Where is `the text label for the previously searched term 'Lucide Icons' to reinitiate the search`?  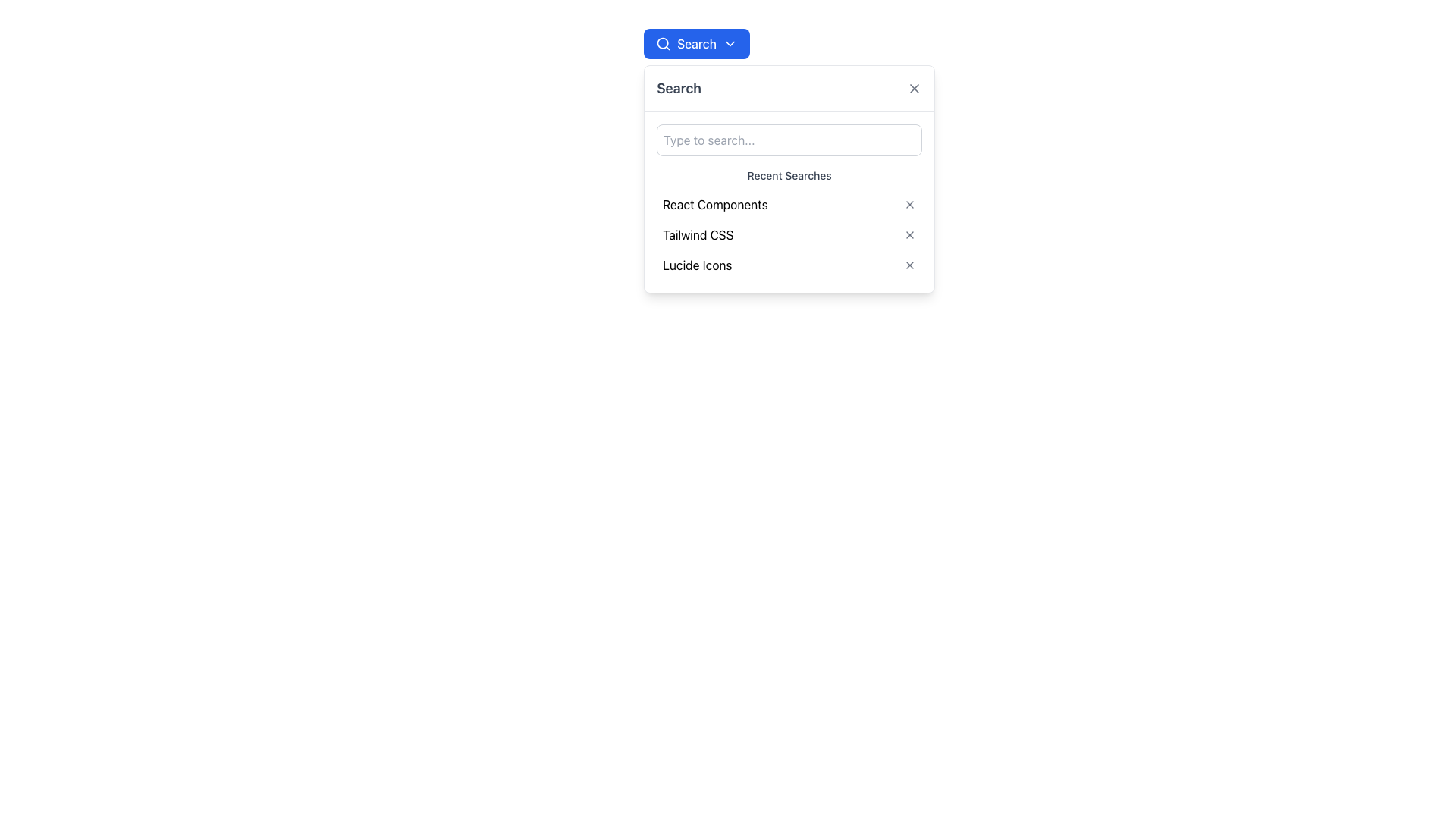 the text label for the previously searched term 'Lucide Icons' to reinitiate the search is located at coordinates (696, 265).